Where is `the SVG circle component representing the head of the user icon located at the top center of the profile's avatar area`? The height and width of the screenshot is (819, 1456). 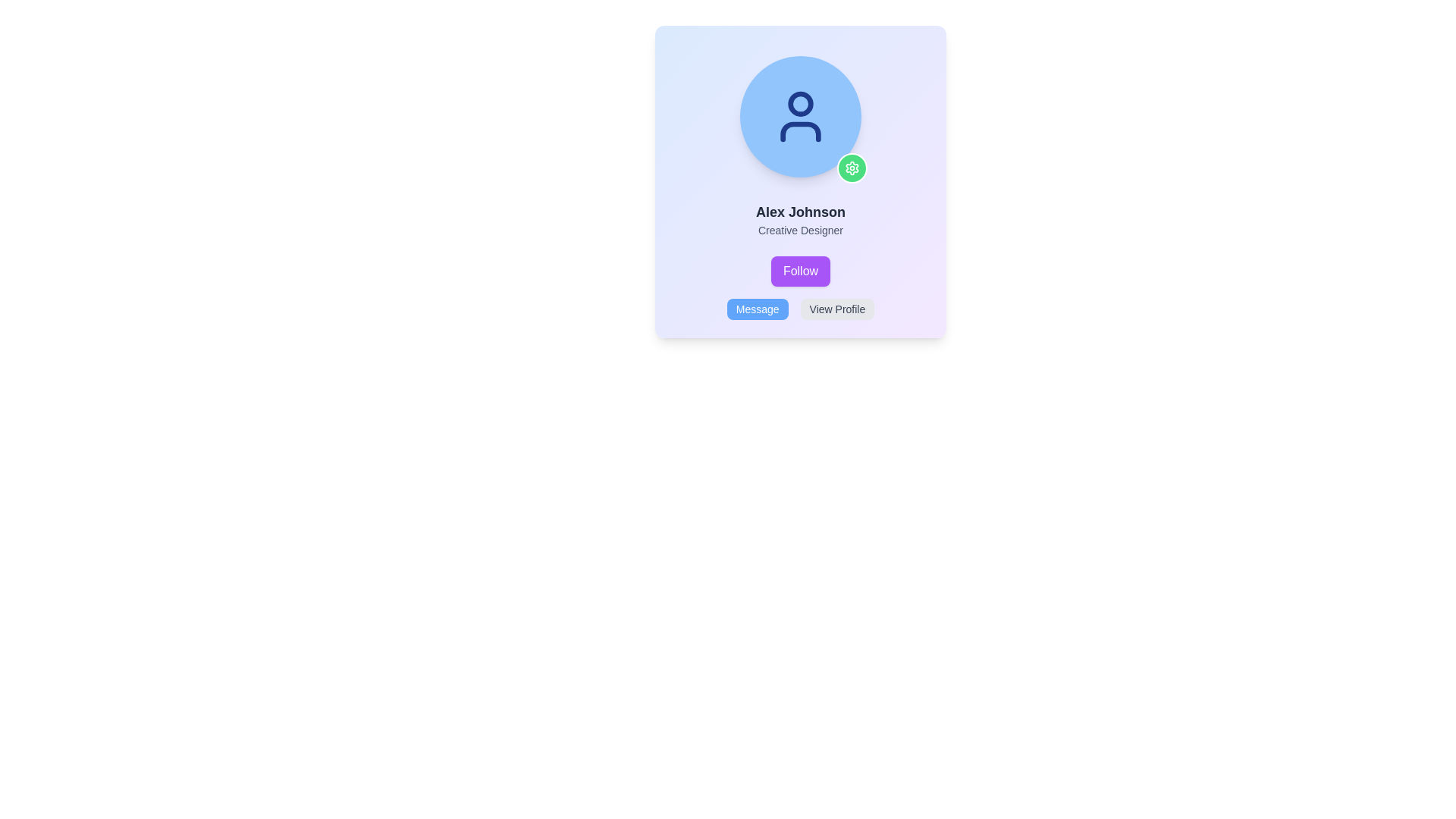 the SVG circle component representing the head of the user icon located at the top center of the profile's avatar area is located at coordinates (800, 103).